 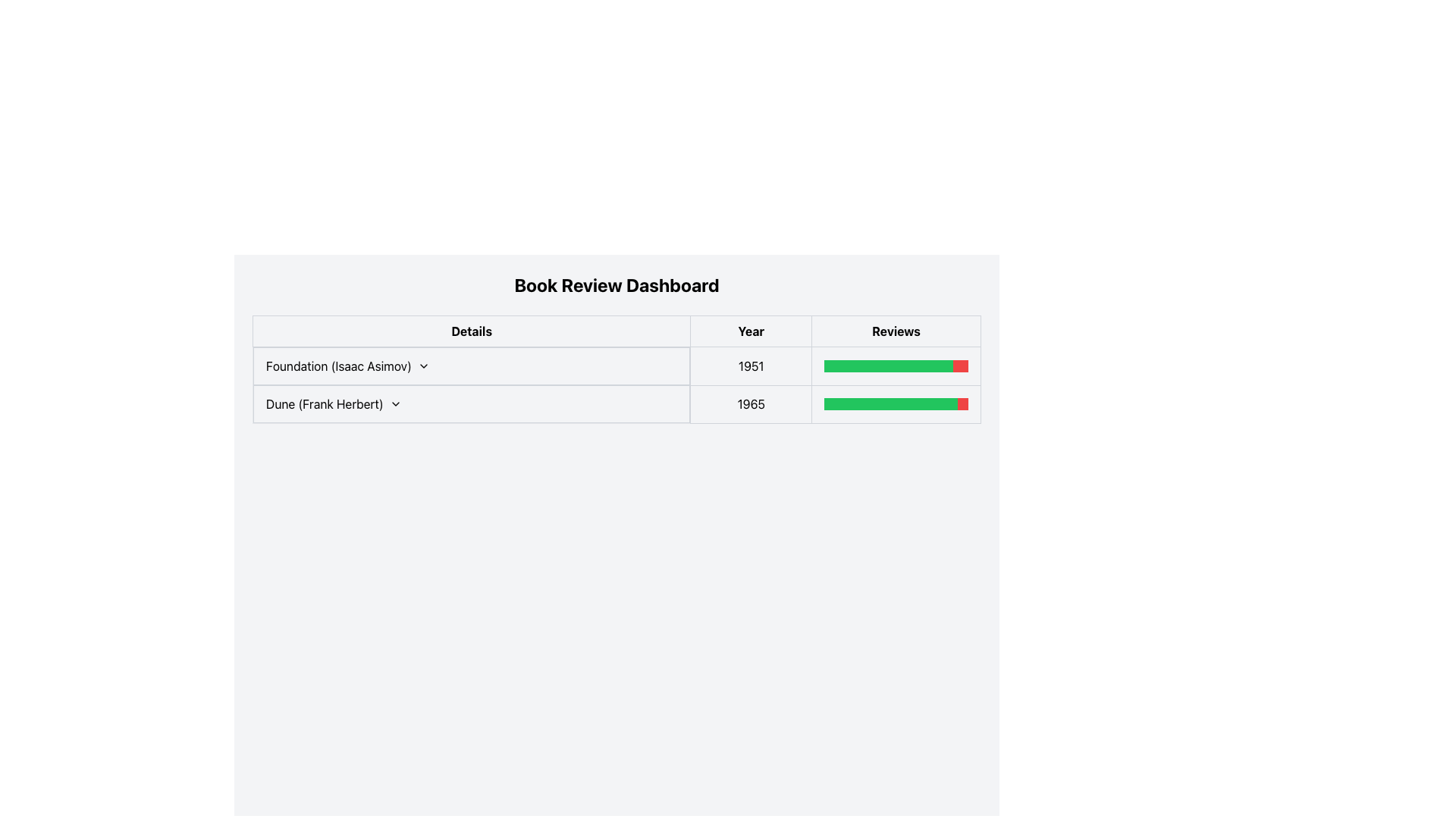 I want to click on the green segment of the progress bar that represents the review score for the book 'Foundation (Isaac Asimov)', so click(x=889, y=366).